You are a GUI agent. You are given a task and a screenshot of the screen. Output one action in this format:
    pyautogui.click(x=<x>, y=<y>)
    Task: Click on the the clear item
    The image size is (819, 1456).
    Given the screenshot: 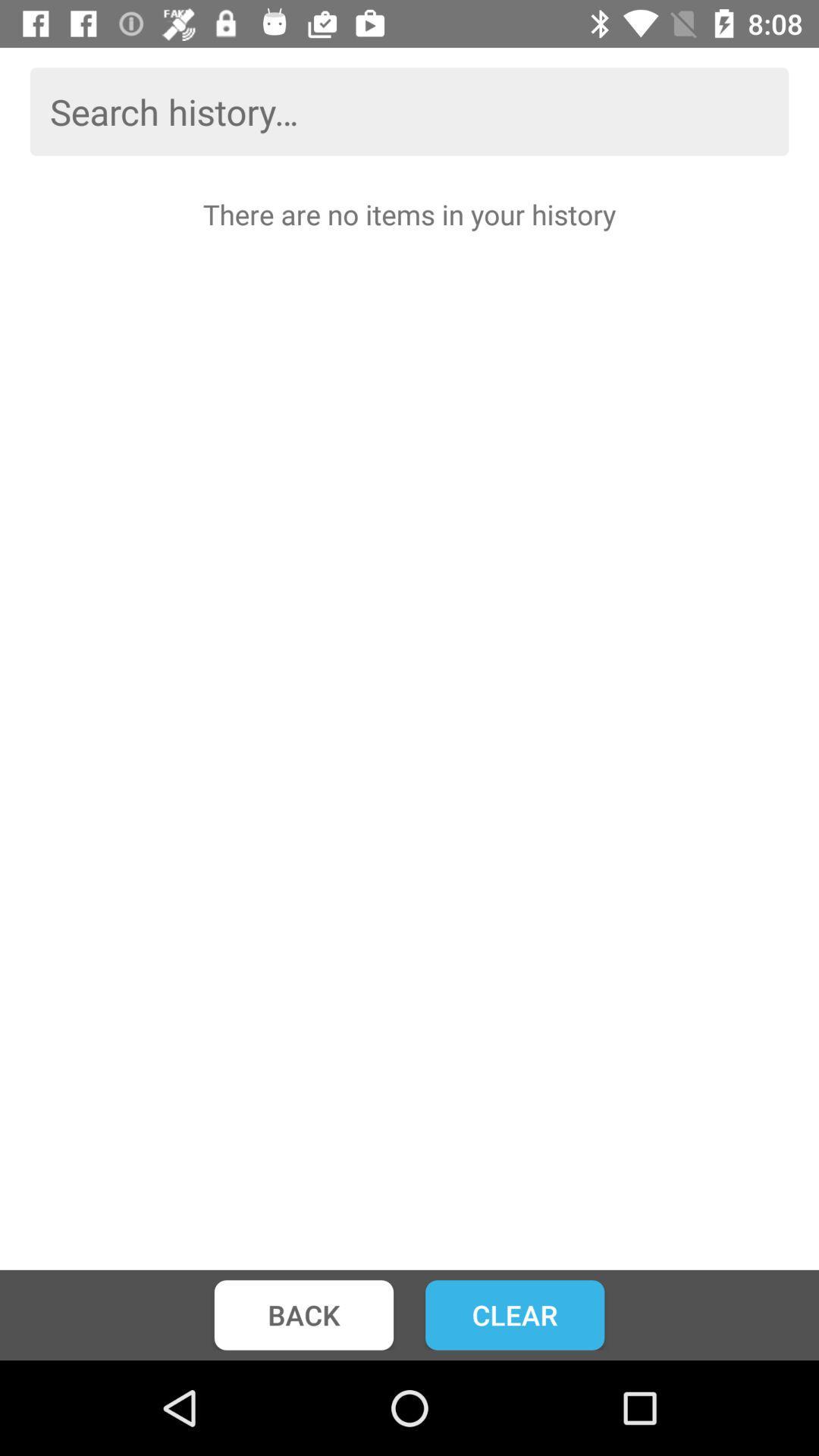 What is the action you would take?
    pyautogui.click(x=514, y=1314)
    